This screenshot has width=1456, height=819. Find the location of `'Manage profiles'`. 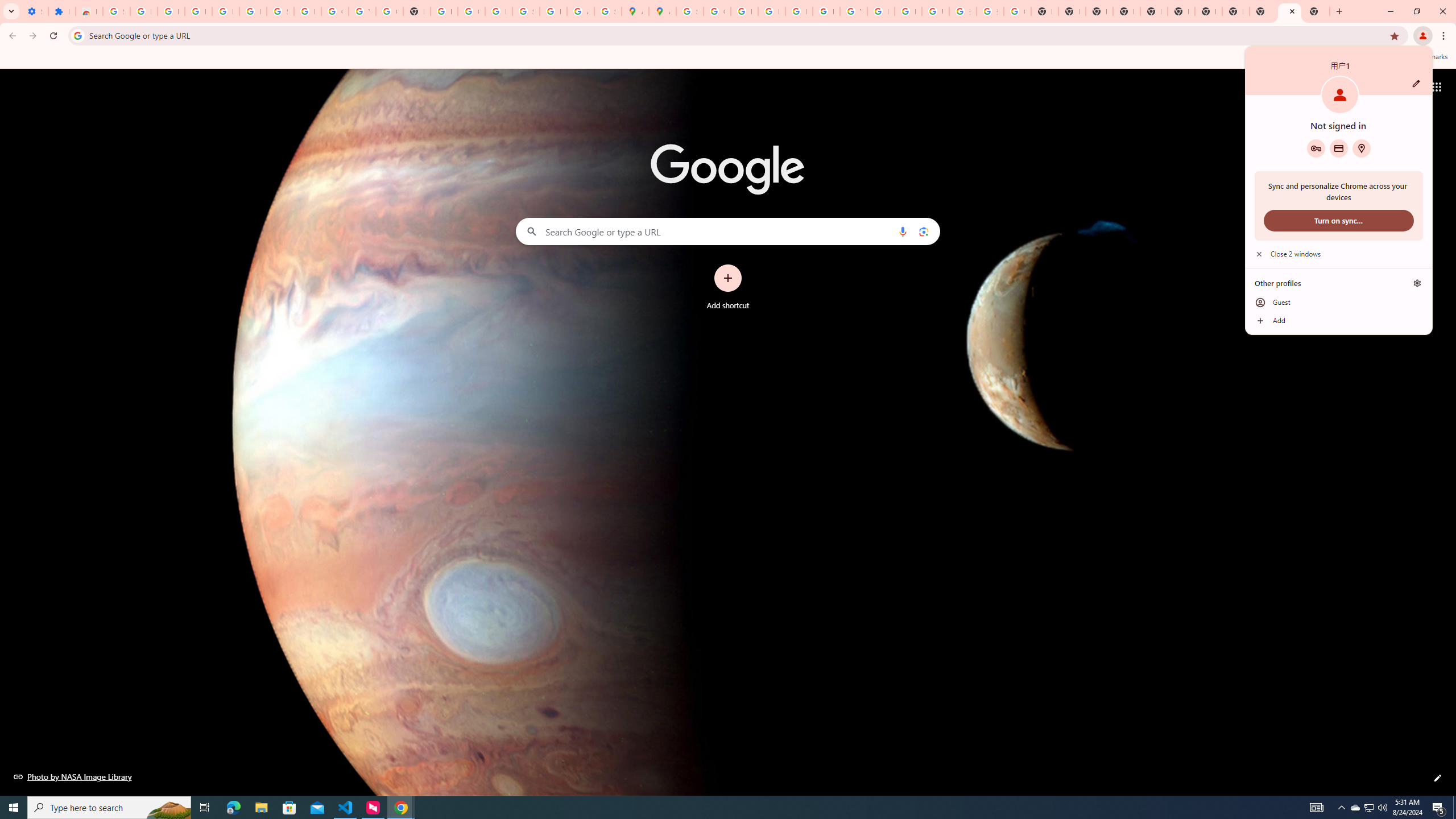

'Manage profiles' is located at coordinates (1417, 283).